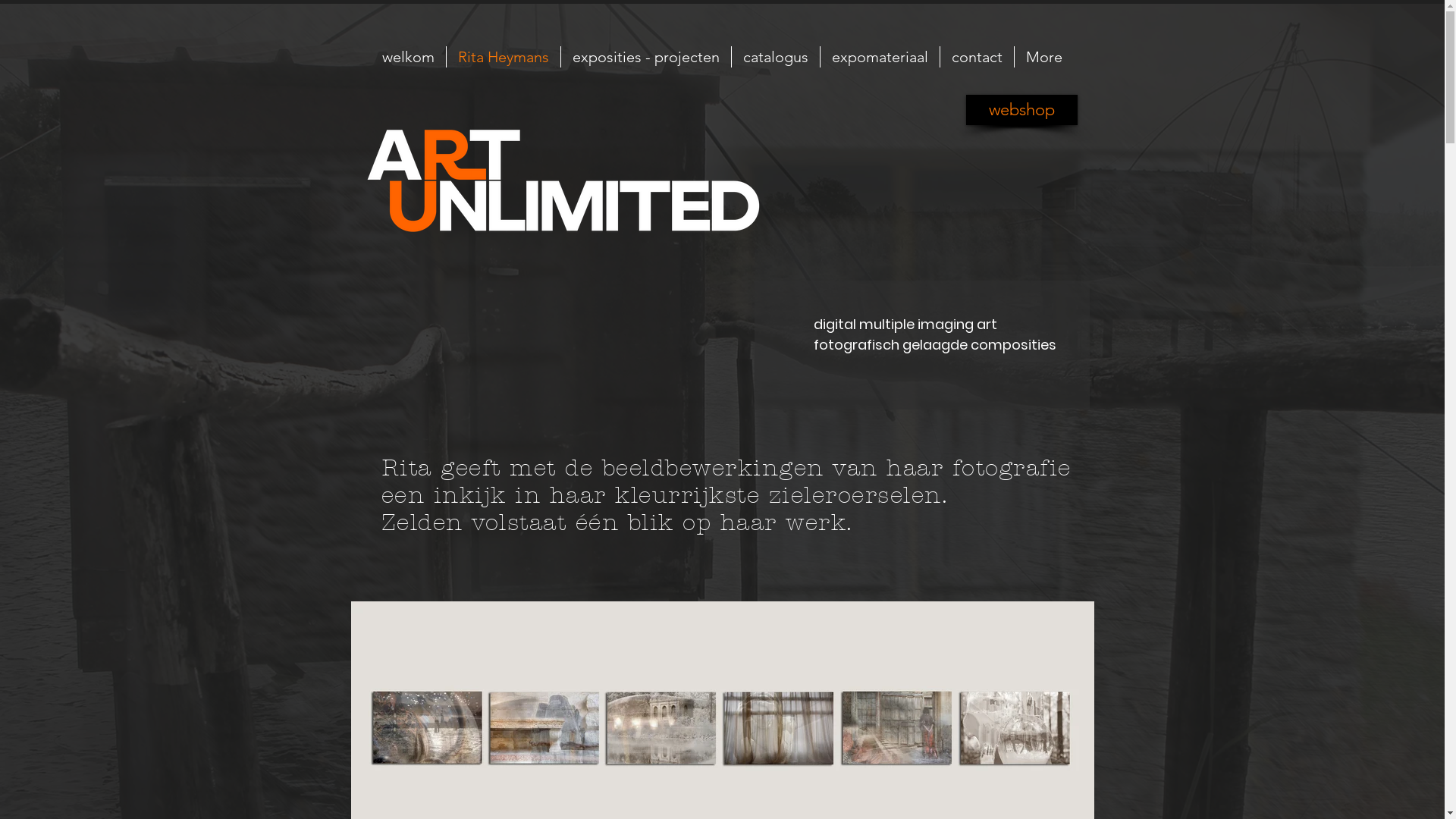  I want to click on 'webshop', so click(1021, 109).